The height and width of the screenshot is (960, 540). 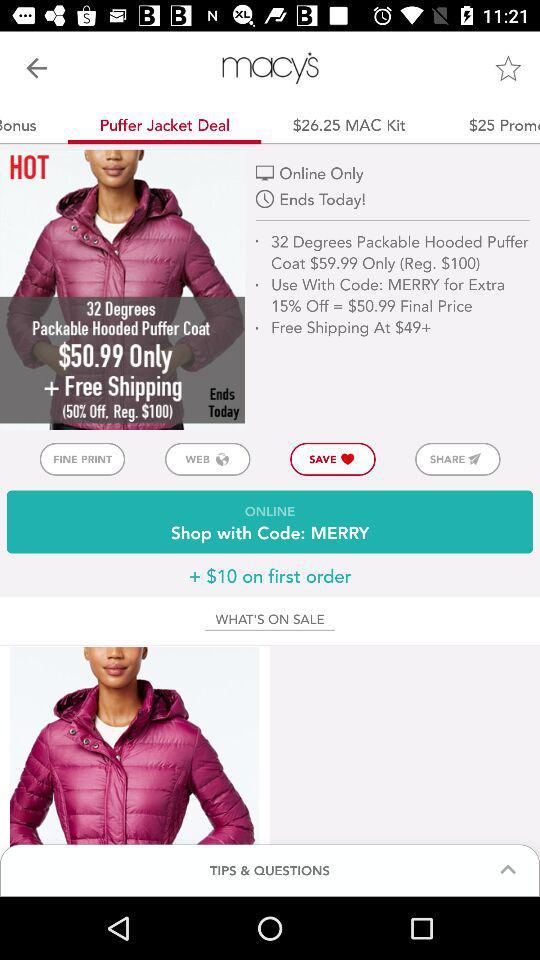 I want to click on the online shop with, so click(x=270, y=521).